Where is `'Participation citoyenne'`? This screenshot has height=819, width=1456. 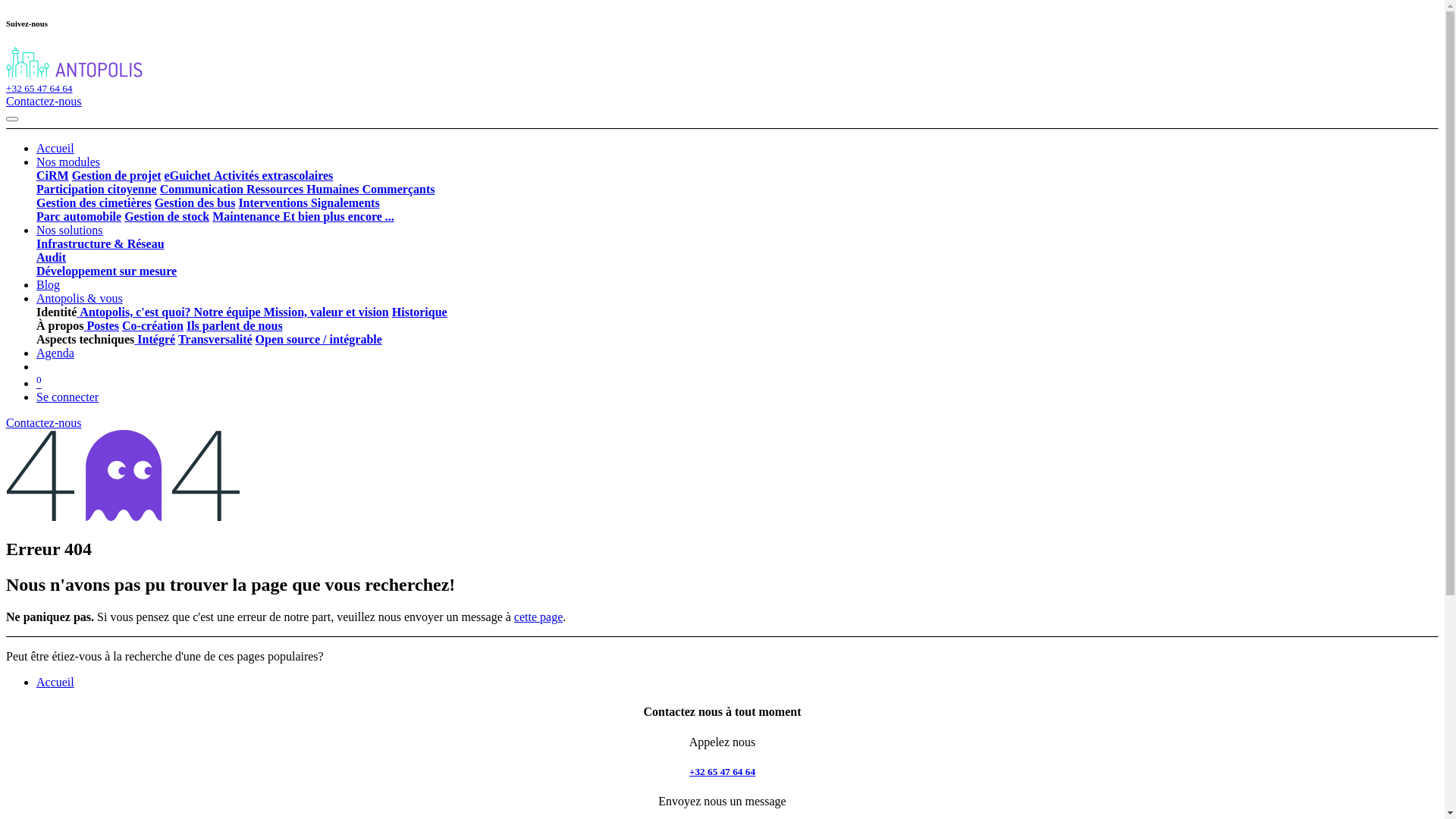 'Participation citoyenne' is located at coordinates (96, 188).